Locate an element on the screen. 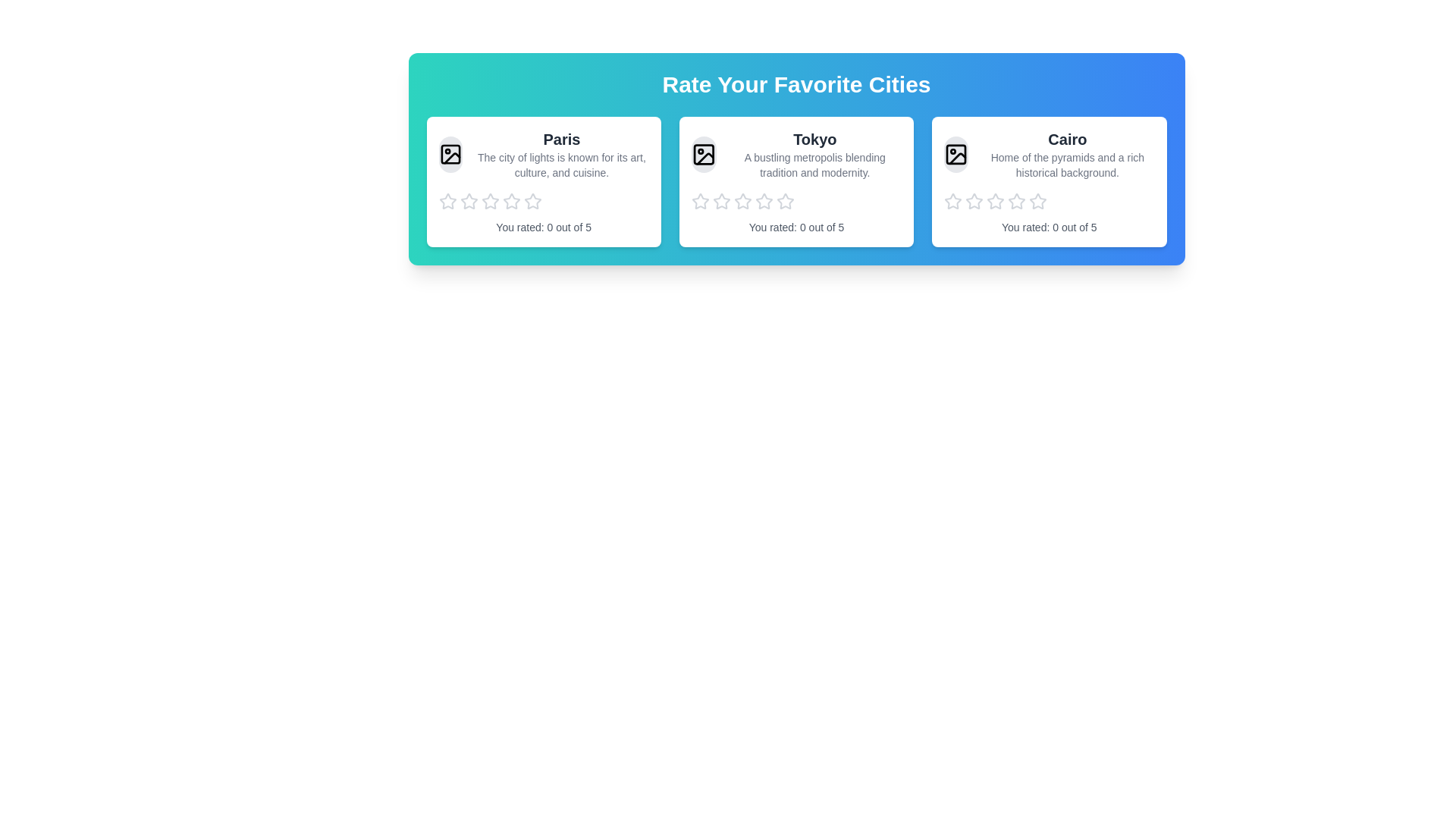 This screenshot has height=819, width=1456. the first gray star icon under the 'Rate Your Favorite Cities' heading is located at coordinates (447, 200).